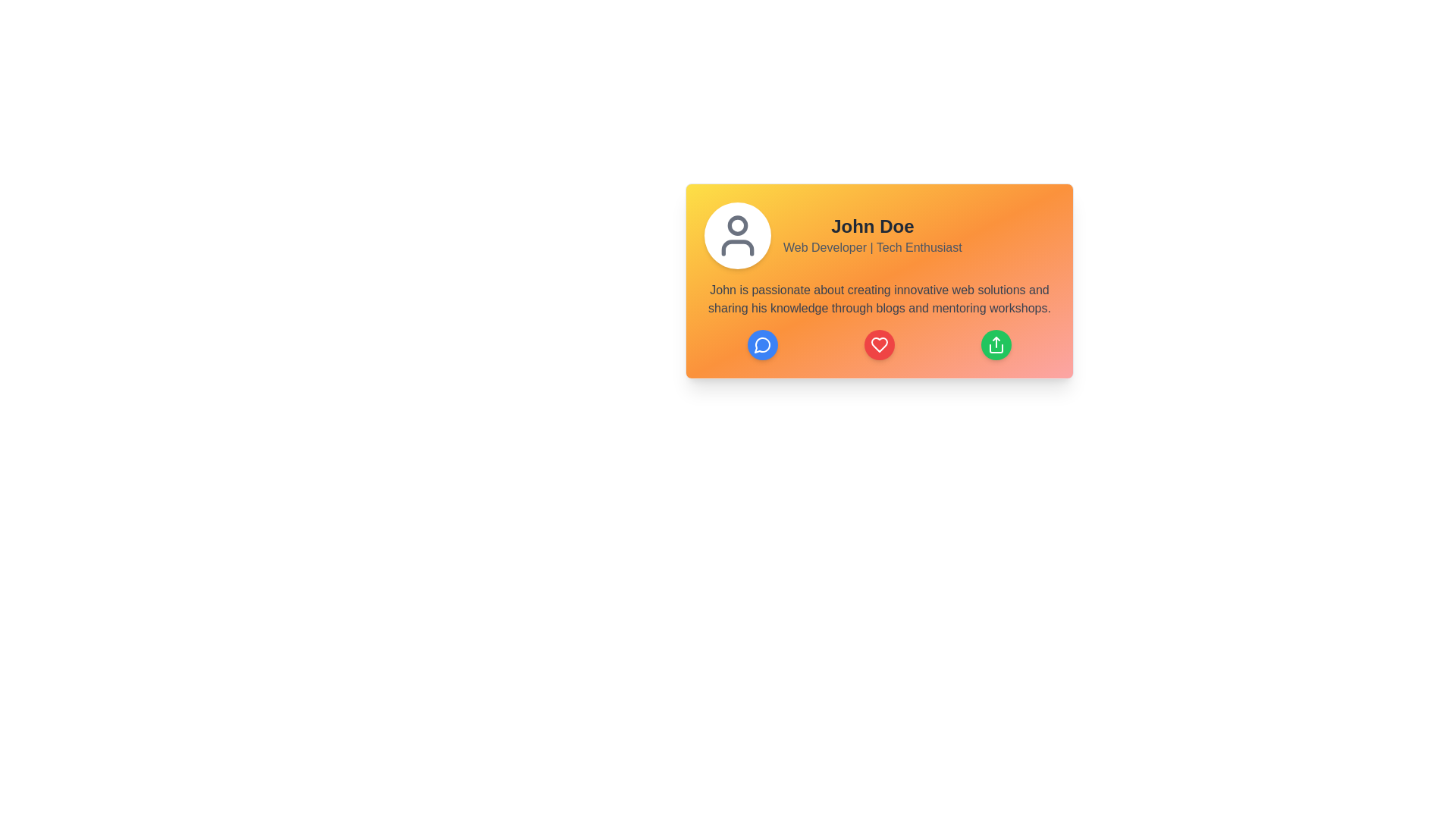 The height and width of the screenshot is (819, 1456). Describe the element at coordinates (880, 345) in the screenshot. I see `the 'like' or 'favorite' button located at the bottom of the profile card` at that location.